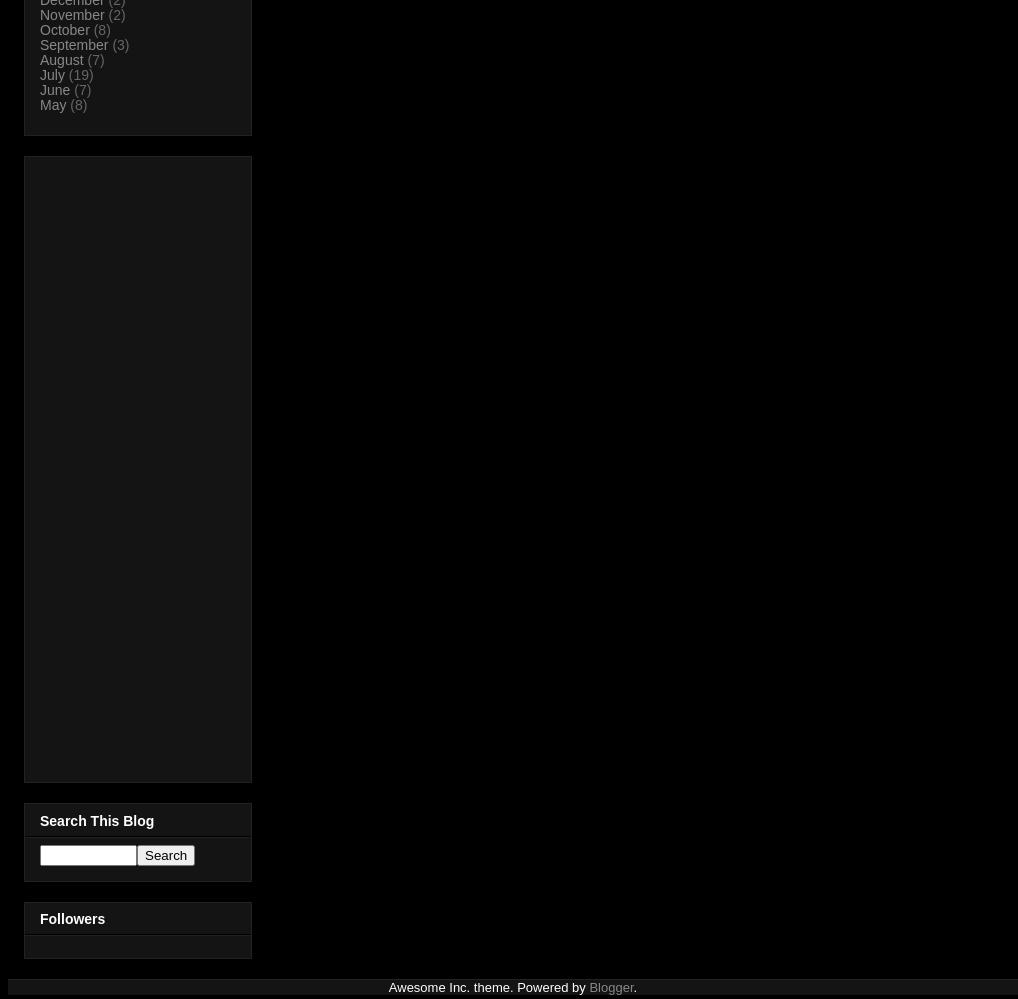 This screenshot has width=1018, height=999. Describe the element at coordinates (39, 44) in the screenshot. I see `'September'` at that location.